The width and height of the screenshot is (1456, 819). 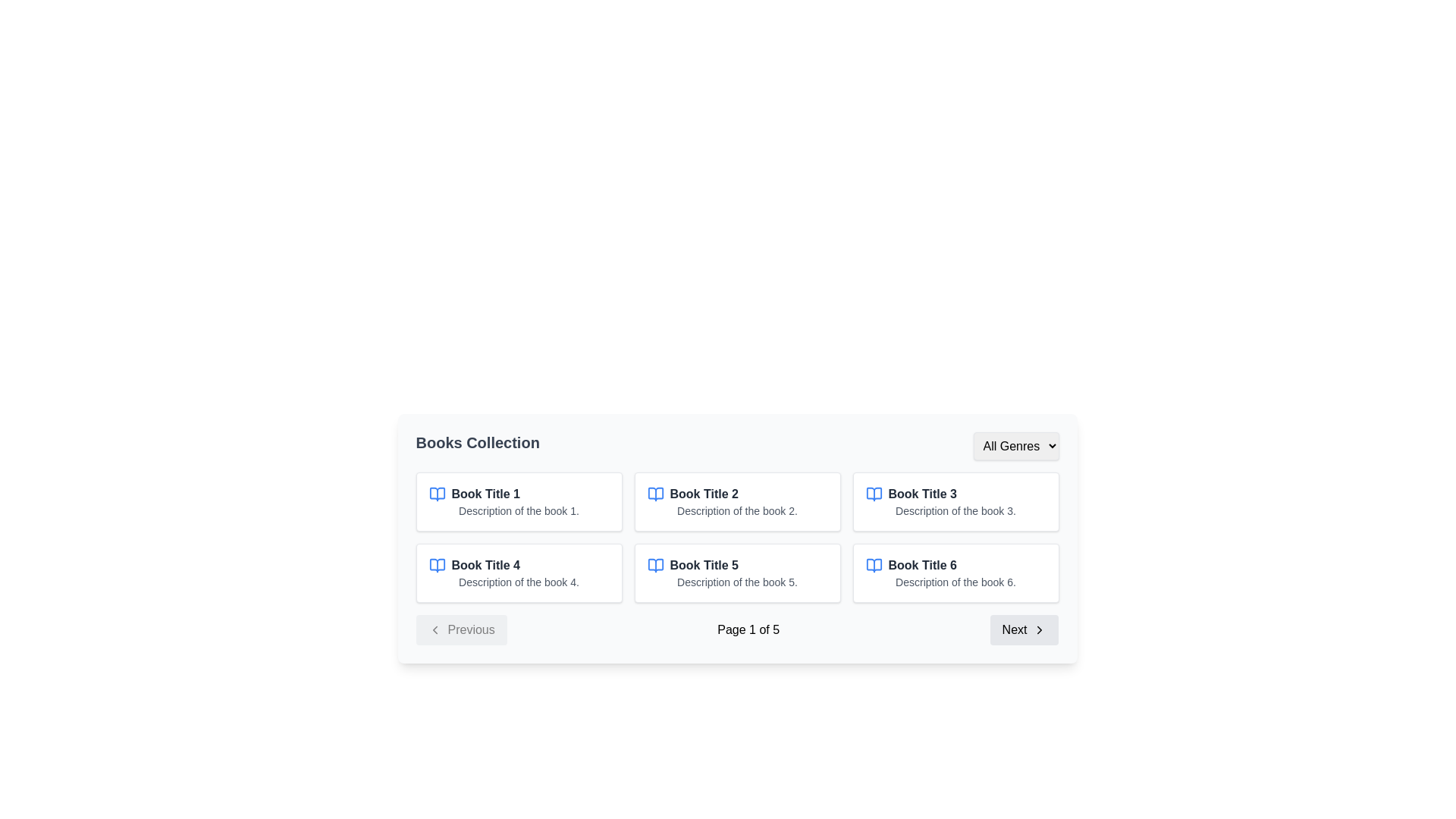 What do you see at coordinates (519, 494) in the screenshot?
I see `the Text and Icon Layout representing the first book title in the Books Collection interface, located in the top-left corner of the grid` at bounding box center [519, 494].